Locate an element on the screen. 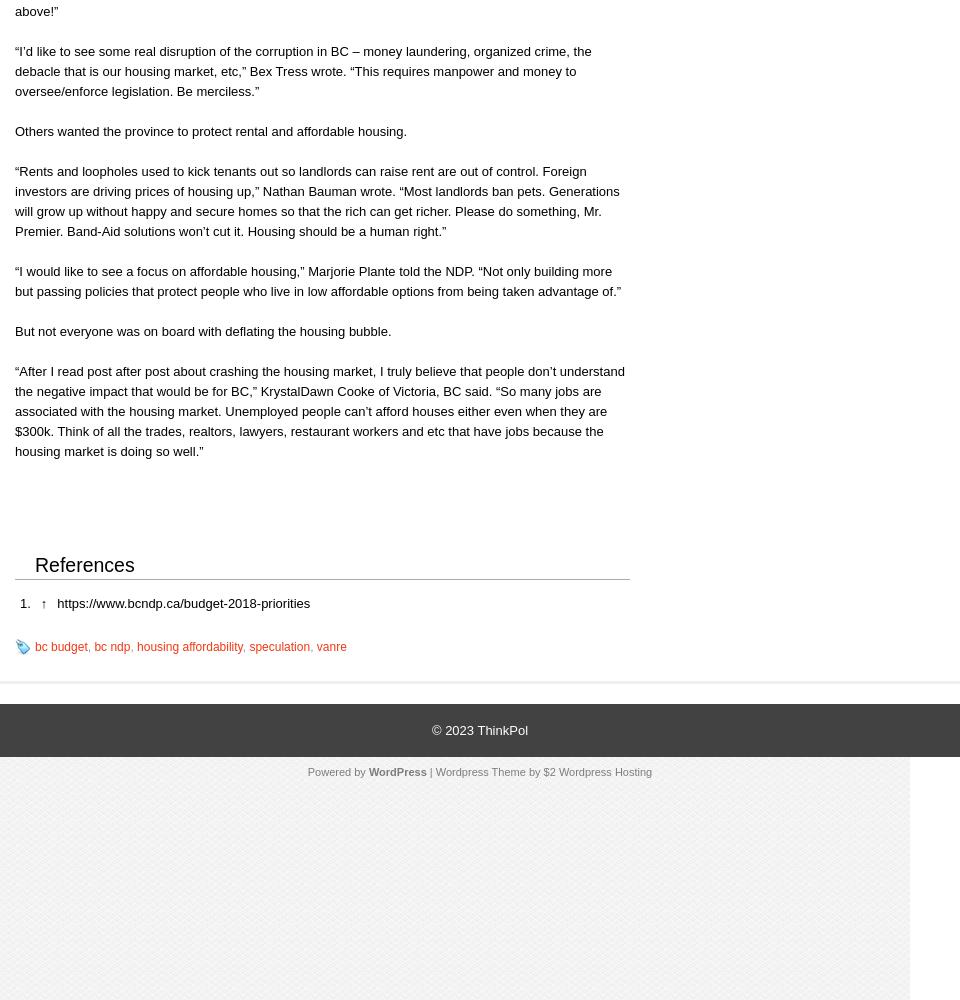 The height and width of the screenshot is (1000, 960). '| Wordpress Theme by' is located at coordinates (483, 772).